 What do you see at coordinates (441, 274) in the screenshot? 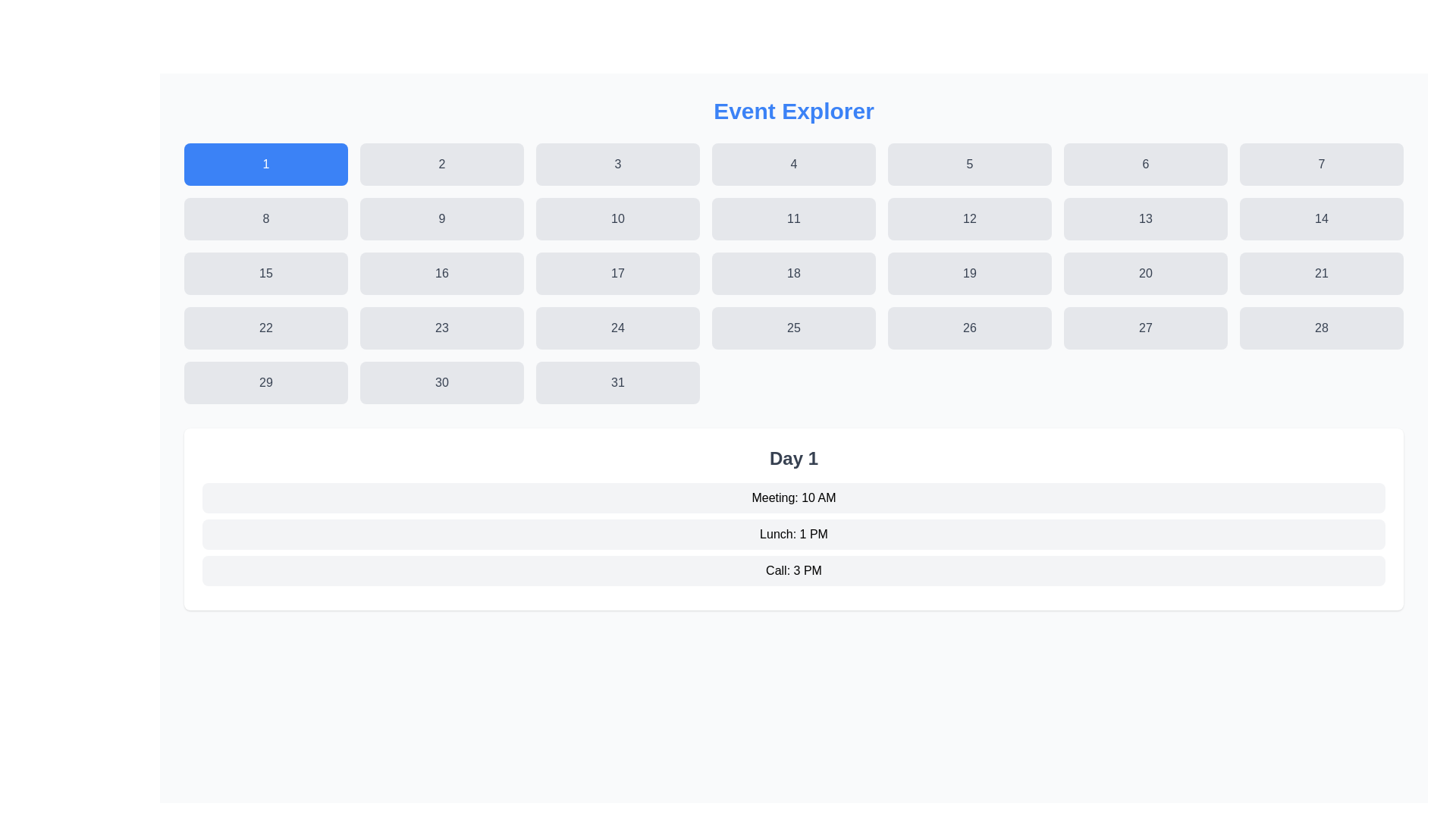
I see `the button representing the number '16' in the fourth row and second column of the grid` at bounding box center [441, 274].